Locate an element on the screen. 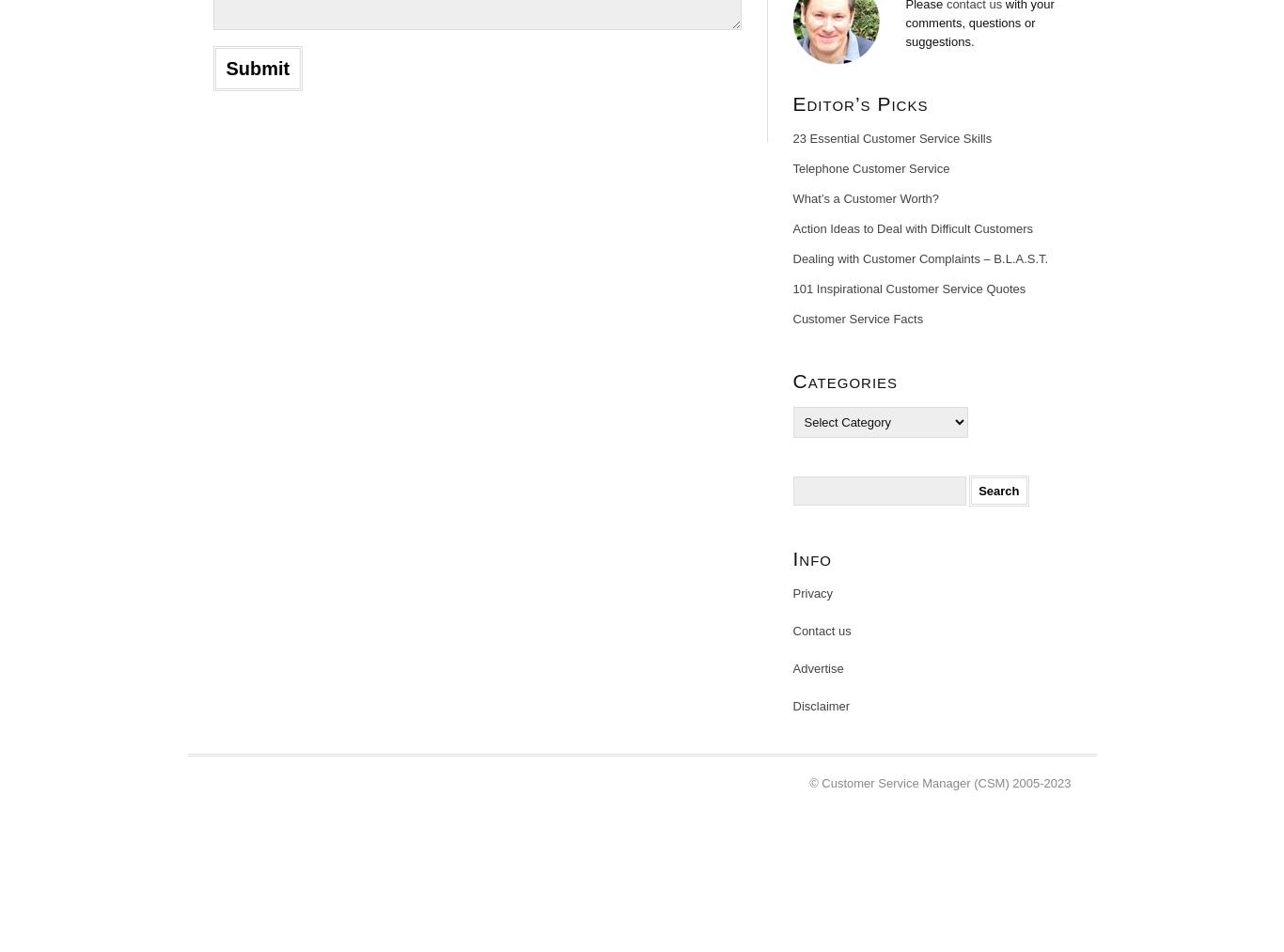 The image size is (1284, 952). 'Telephone Customer Service' is located at coordinates (870, 168).